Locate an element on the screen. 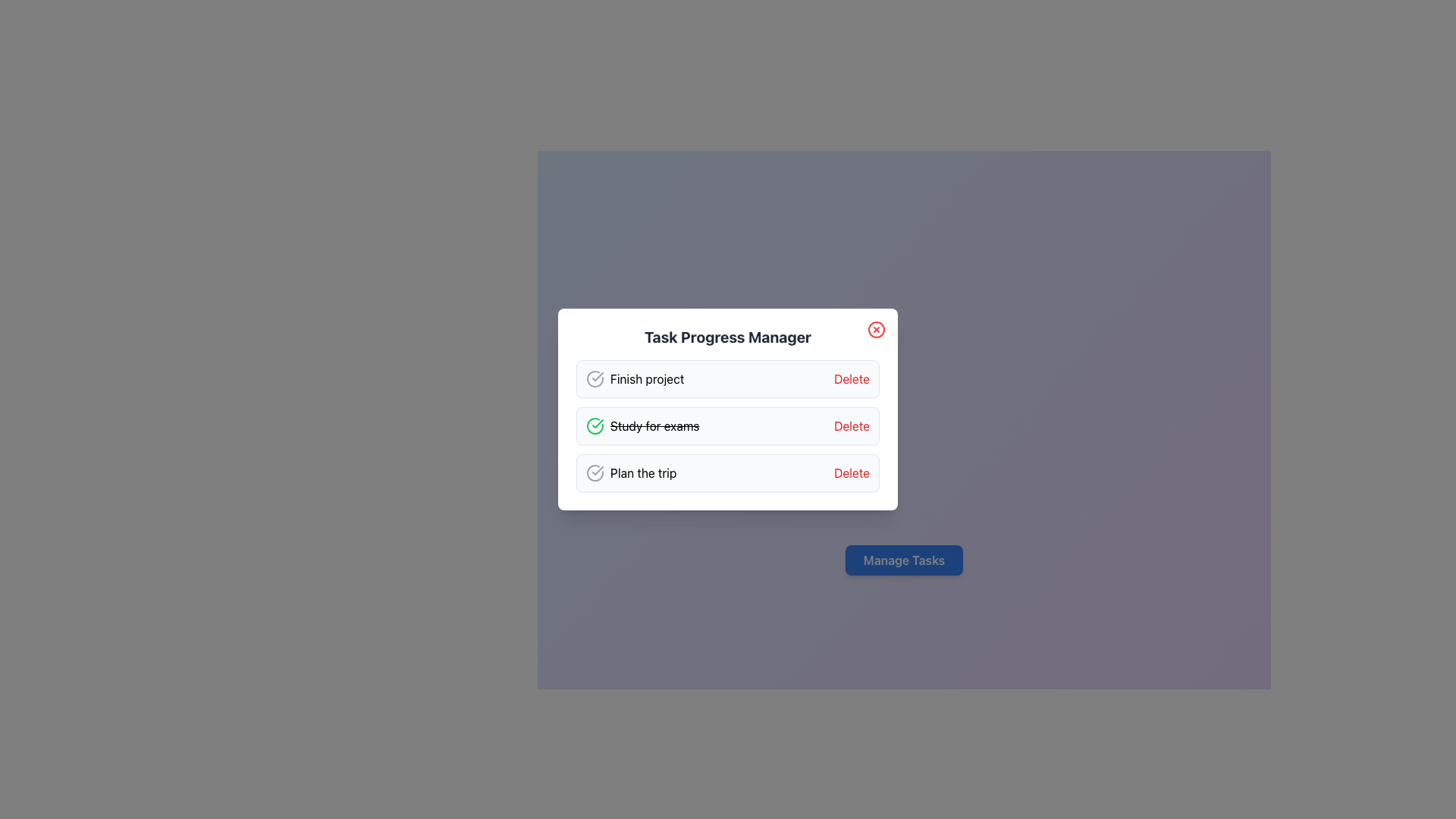 The width and height of the screenshot is (1456, 819). the delete button associated with the 'Plan the trip' task in the task manager is located at coordinates (852, 472).